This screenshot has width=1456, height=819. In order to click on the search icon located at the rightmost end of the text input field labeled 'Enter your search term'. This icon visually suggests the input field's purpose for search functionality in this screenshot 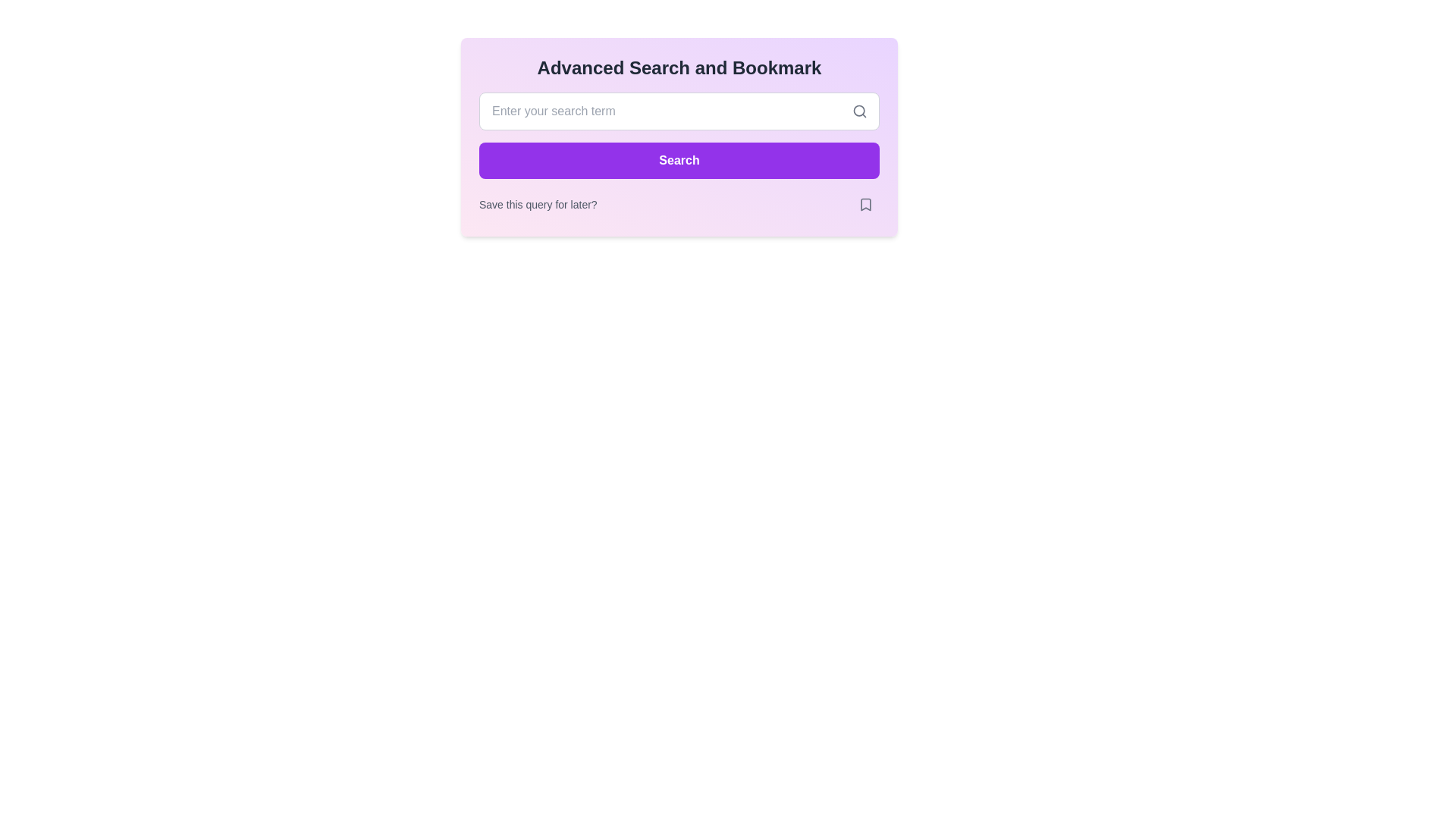, I will do `click(859, 110)`.